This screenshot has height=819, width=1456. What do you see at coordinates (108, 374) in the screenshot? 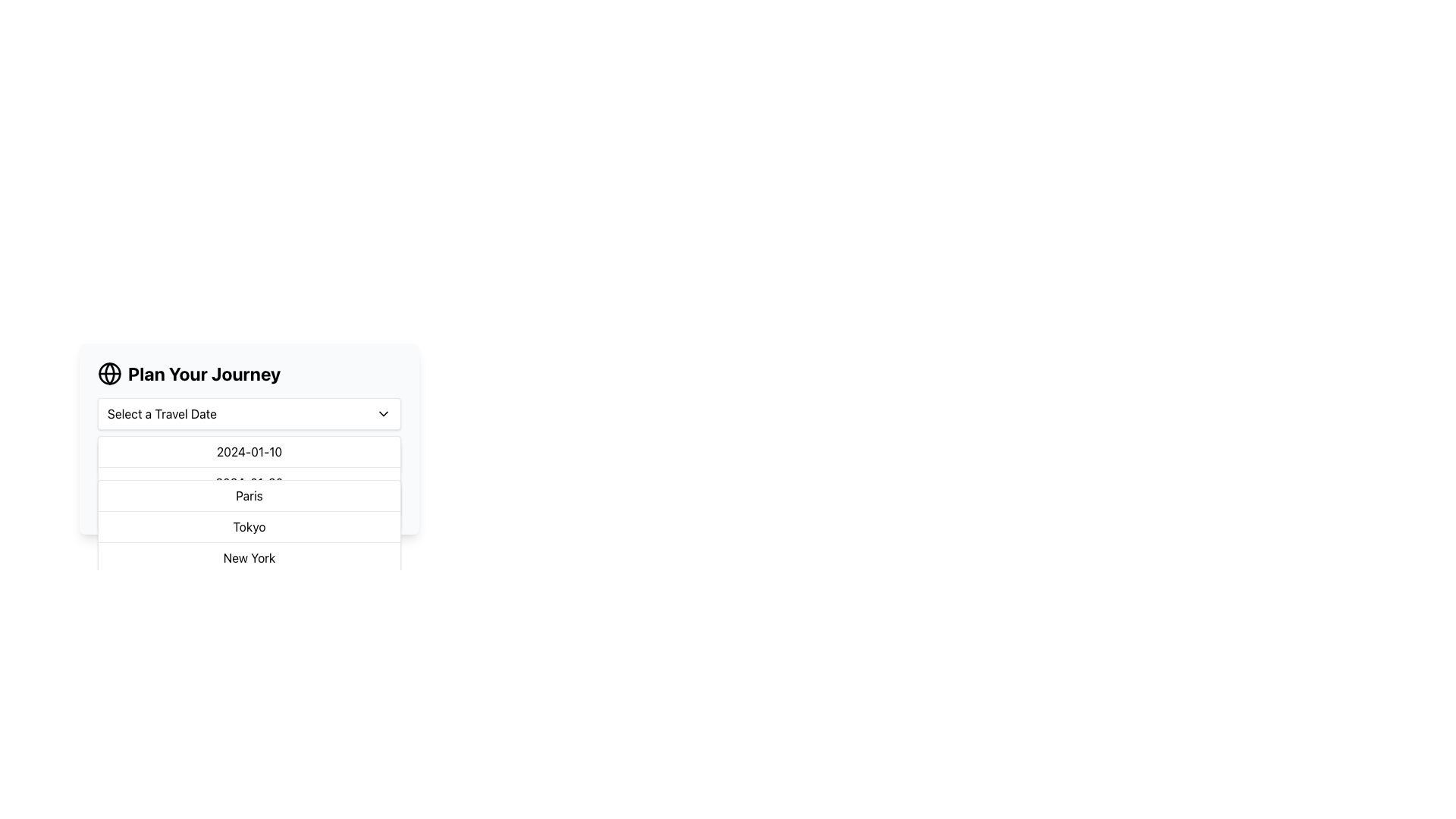
I see `the central decorative circle component of the globe icon located at the top-left corner of the interface` at bounding box center [108, 374].